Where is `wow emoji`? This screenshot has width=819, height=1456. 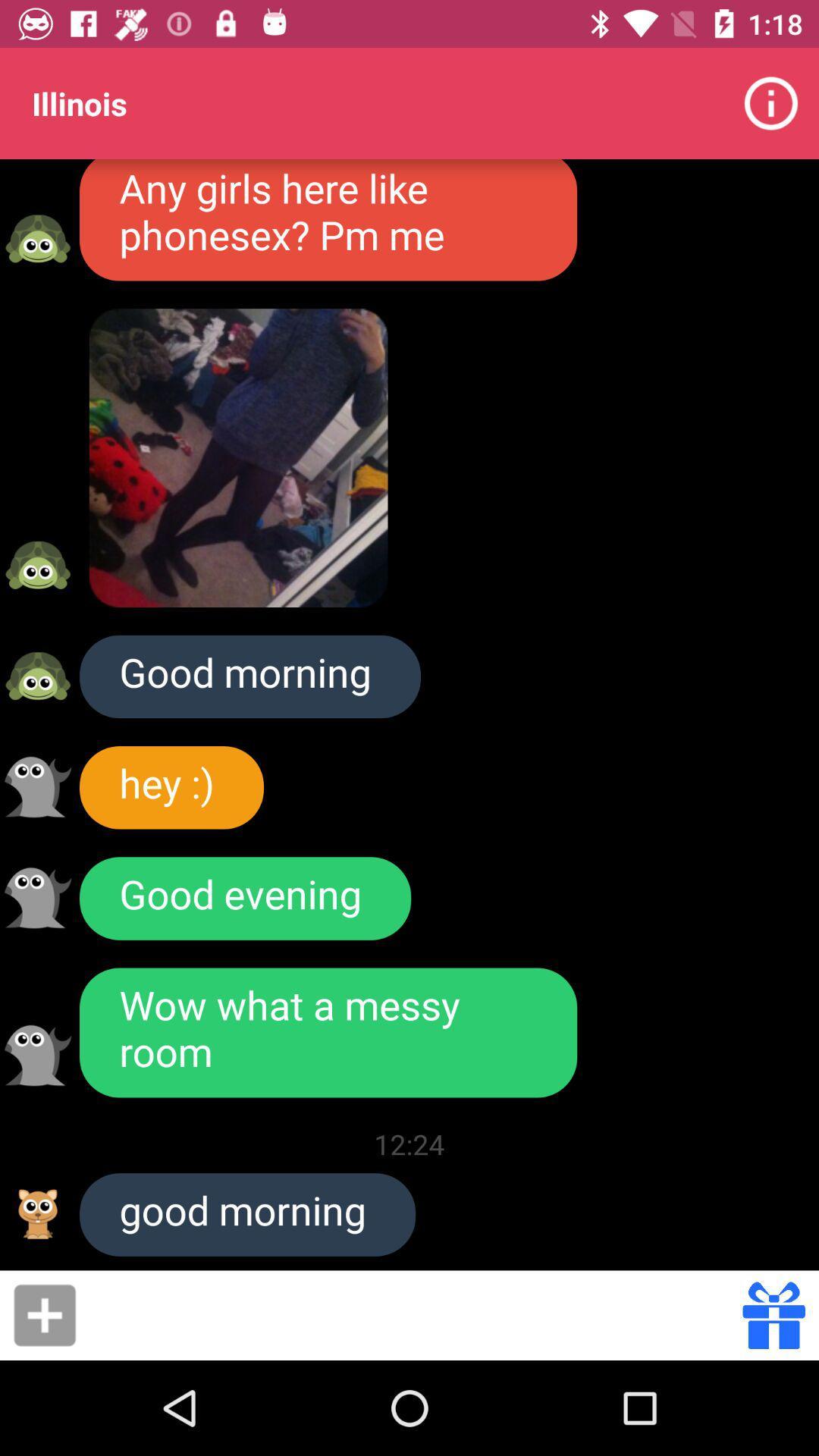 wow emoji is located at coordinates (37, 1055).